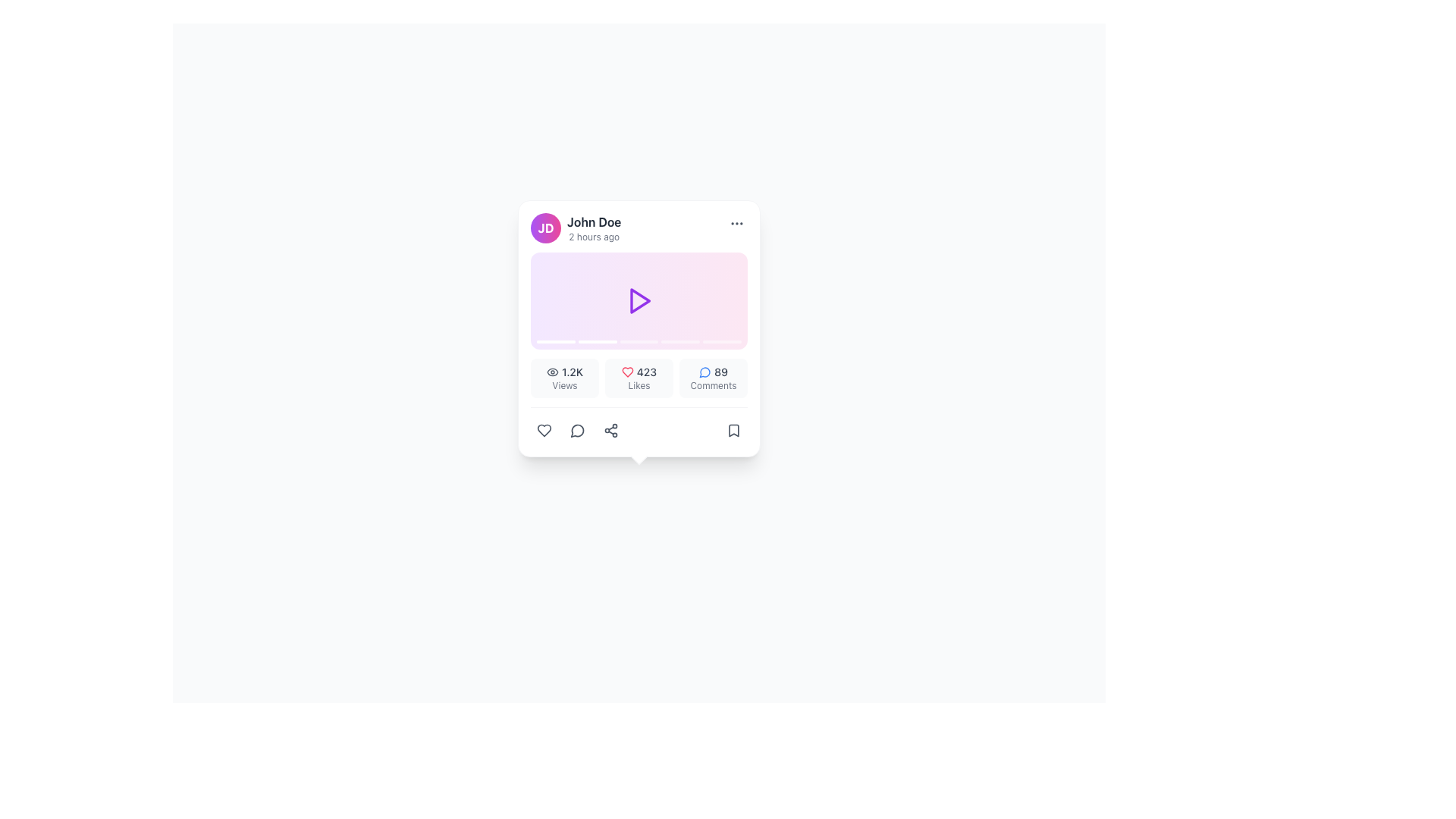 This screenshot has width=1456, height=819. I want to click on the 'Likes' text label, which is located at the bottom of a rounded rectangular box containing the heart icon and the number '423', indicating the count of likes on the post, so click(639, 385).